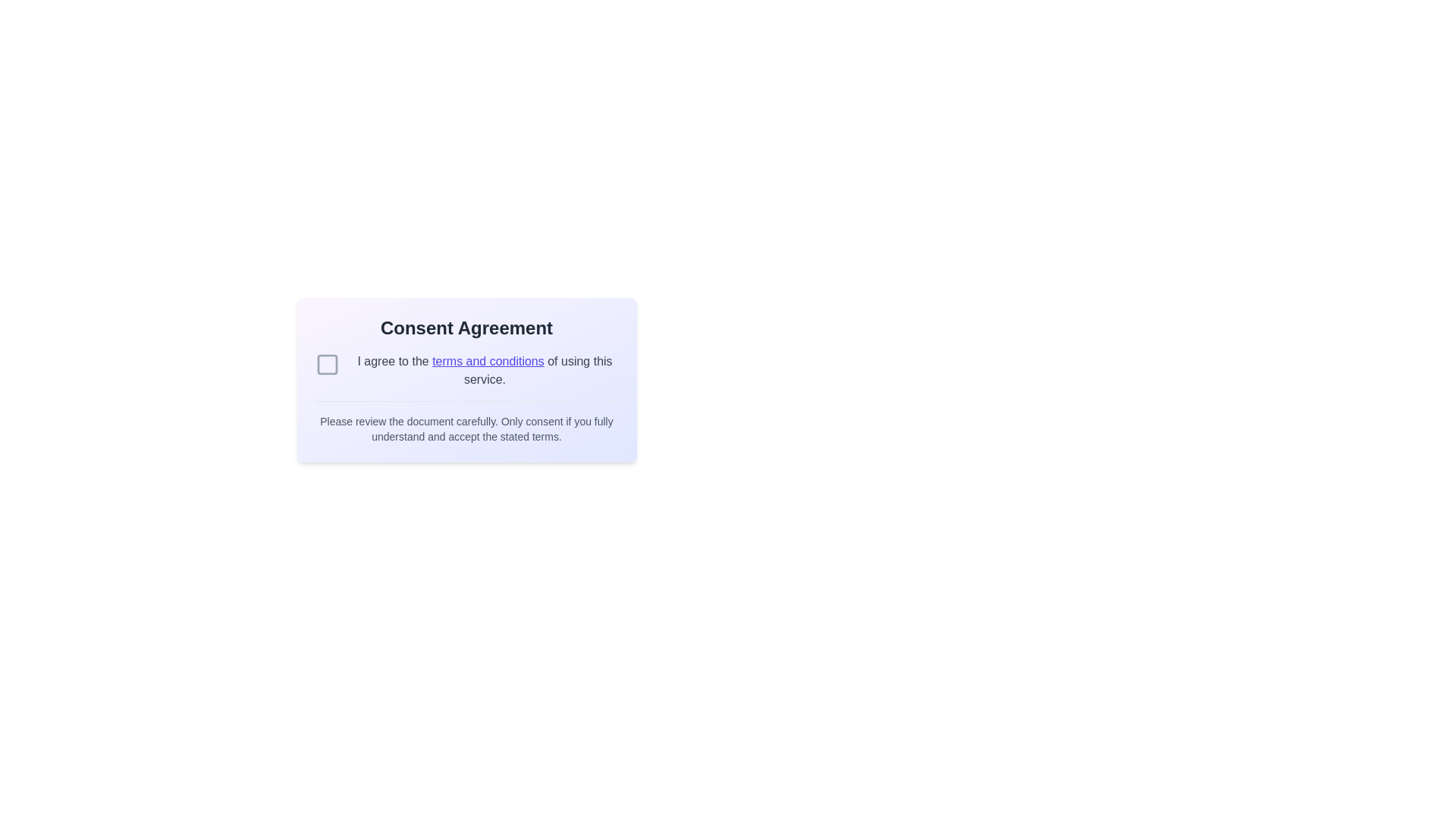 This screenshot has height=819, width=1456. Describe the element at coordinates (326, 365) in the screenshot. I see `the interactive checkbox located to the left of the text 'I agree to the terms and conditions of using this service.'` at that location.